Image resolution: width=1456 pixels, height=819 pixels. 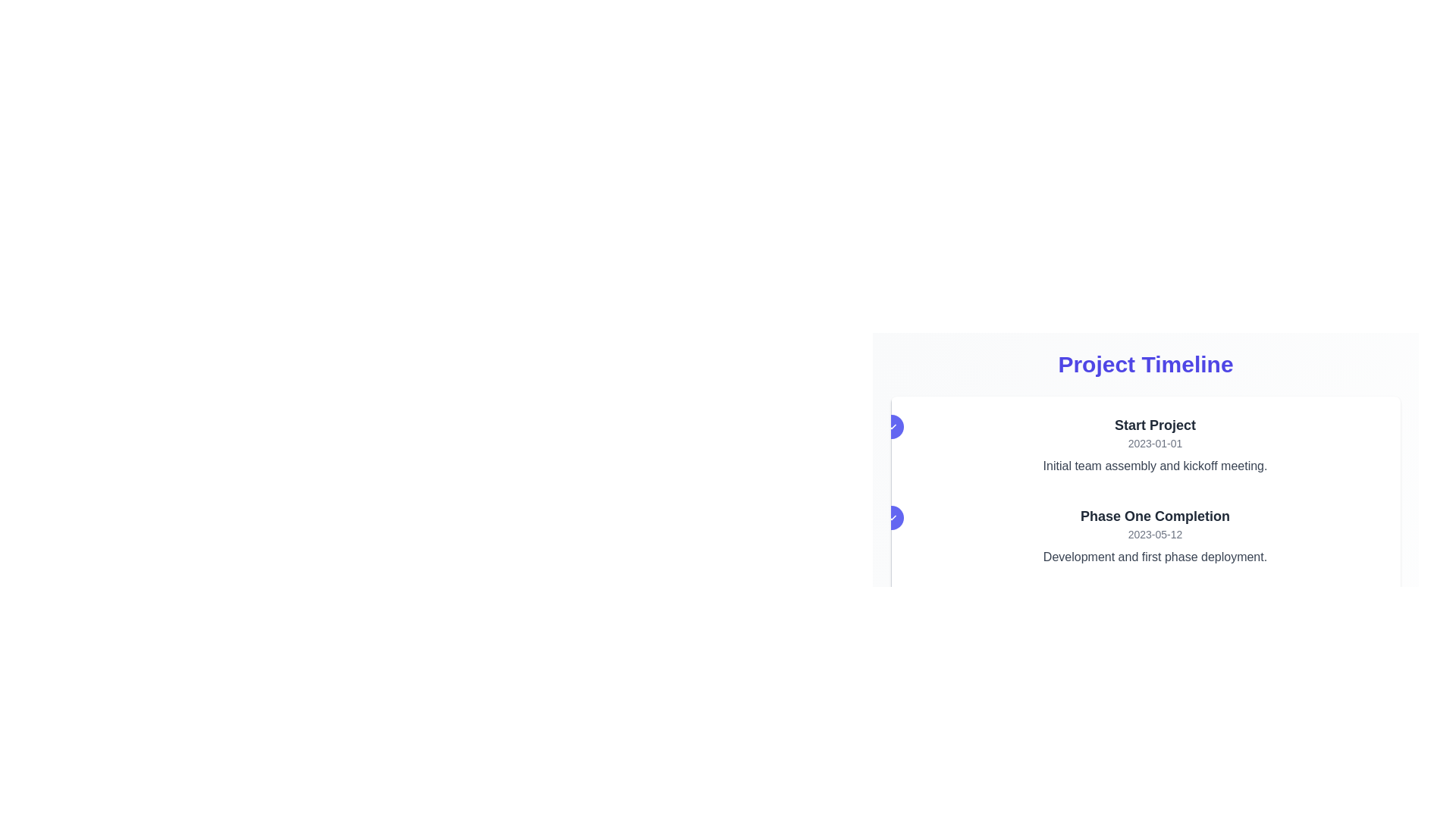 I want to click on the 'Project Timeline' text label, which is bold, large, and indigo colored, centrally positioned at the top of the UI layout, so click(x=1146, y=365).